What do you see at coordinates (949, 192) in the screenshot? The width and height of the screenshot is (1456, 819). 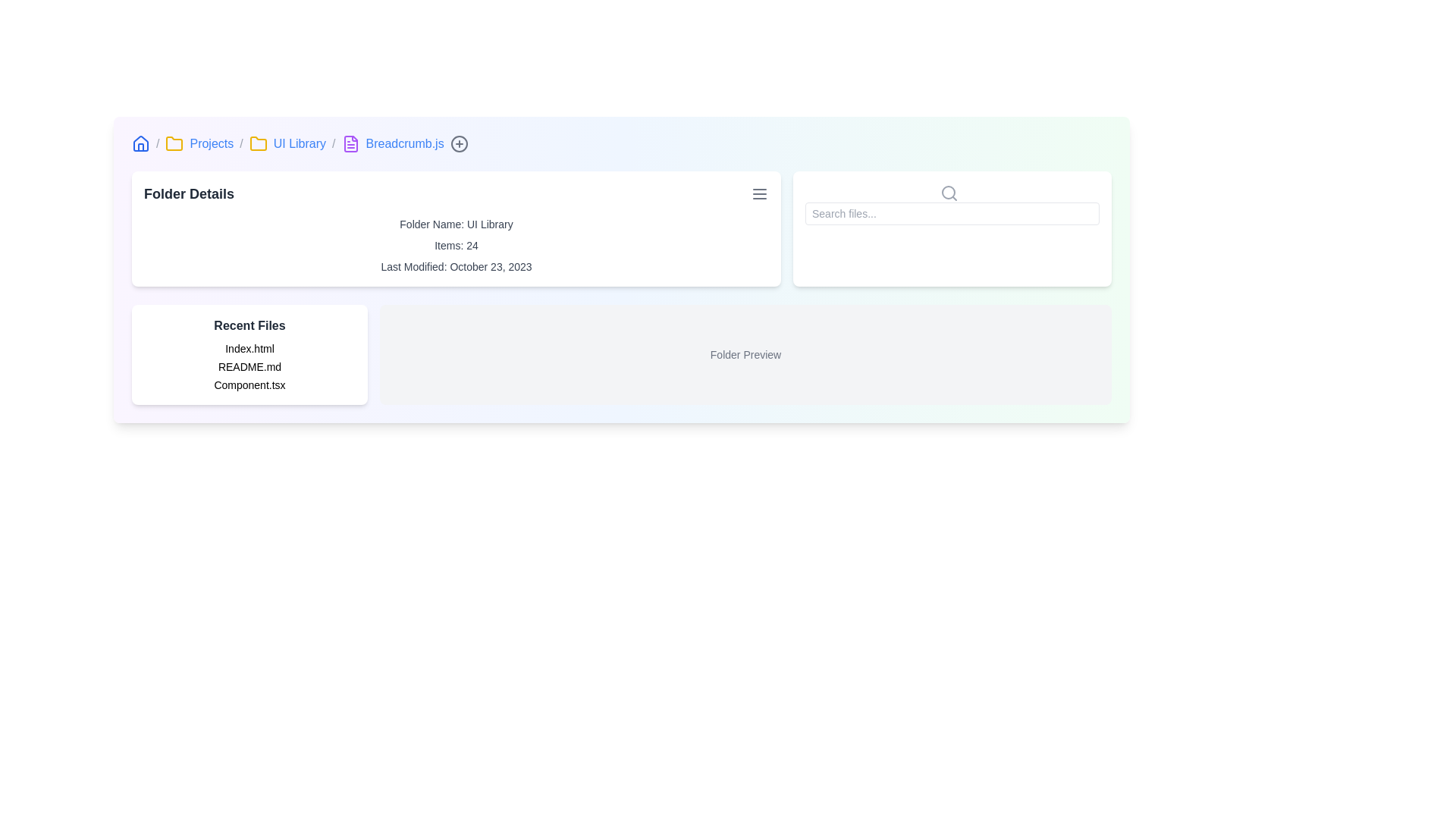 I see `the search icon represented by a magnifying glass symbol located at the top-right section of the interface, within the search bar component` at bounding box center [949, 192].